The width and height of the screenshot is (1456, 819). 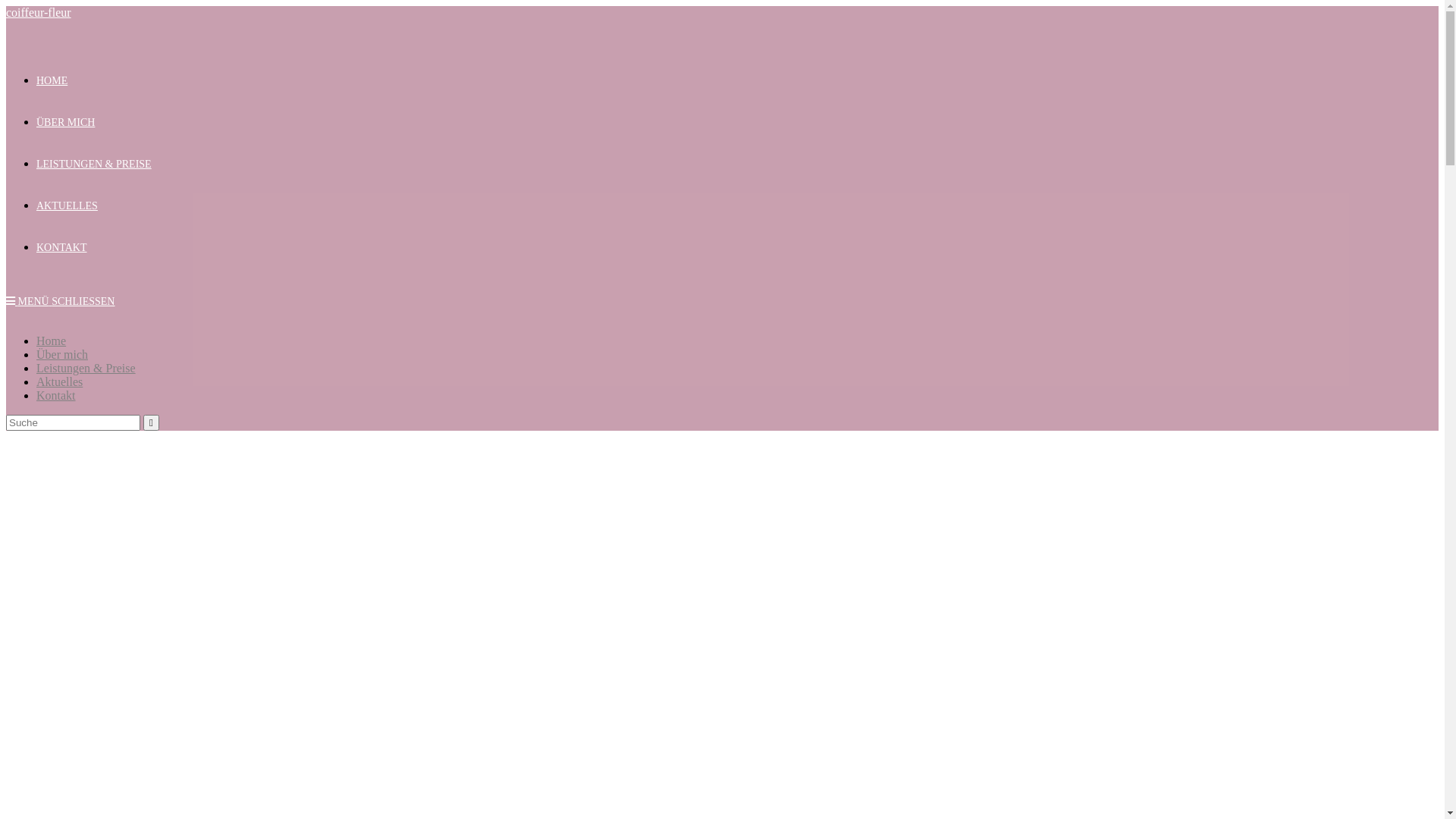 What do you see at coordinates (36, 164) in the screenshot?
I see `'LEISTUNGEN & PREISE'` at bounding box center [36, 164].